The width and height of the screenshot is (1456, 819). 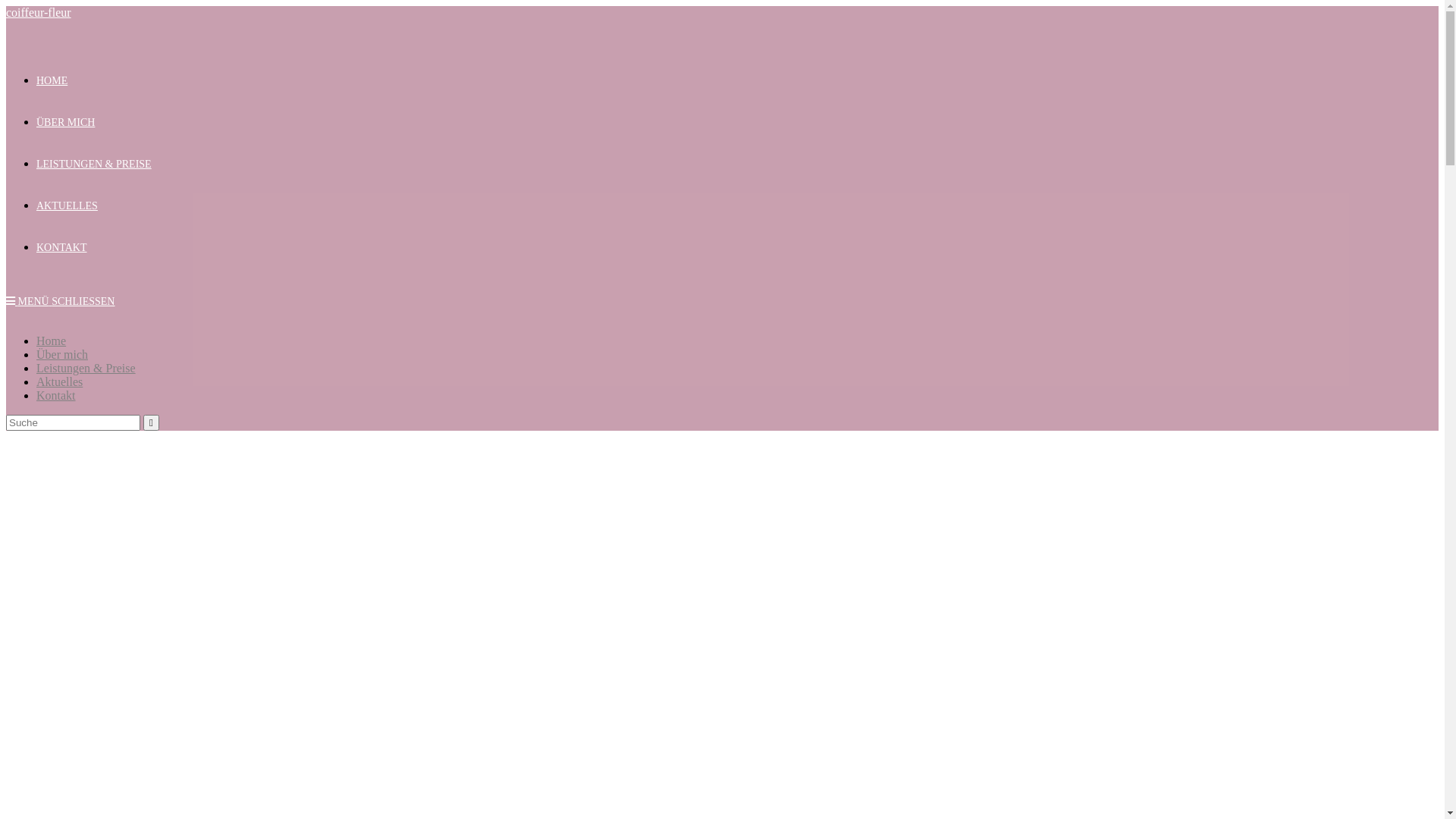 What do you see at coordinates (36, 164) in the screenshot?
I see `'LEISTUNGEN & PREISE'` at bounding box center [36, 164].